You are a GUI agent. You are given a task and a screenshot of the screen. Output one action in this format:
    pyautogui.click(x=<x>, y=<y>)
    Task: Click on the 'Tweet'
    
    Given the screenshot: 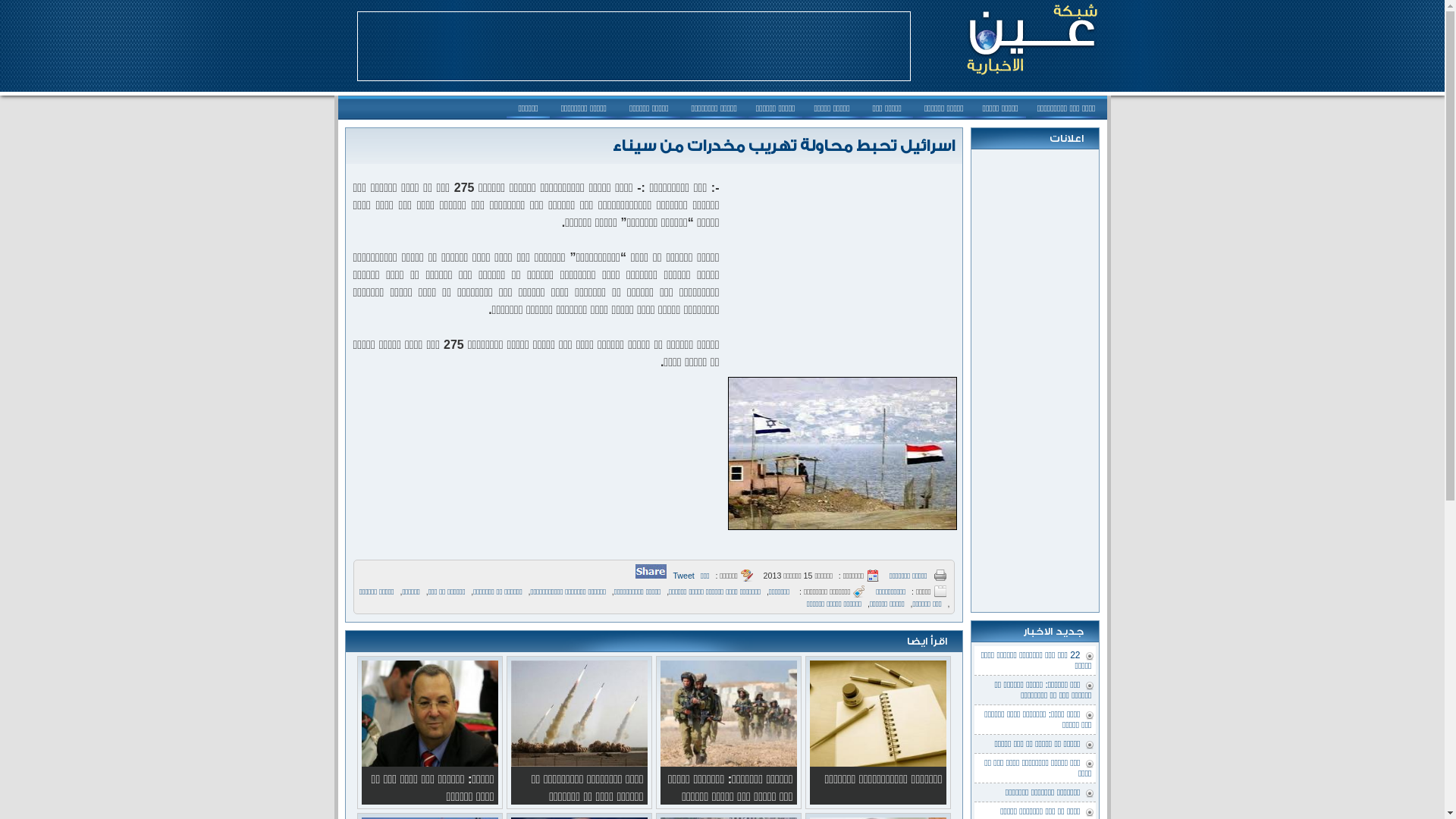 What is the action you would take?
    pyautogui.click(x=682, y=576)
    